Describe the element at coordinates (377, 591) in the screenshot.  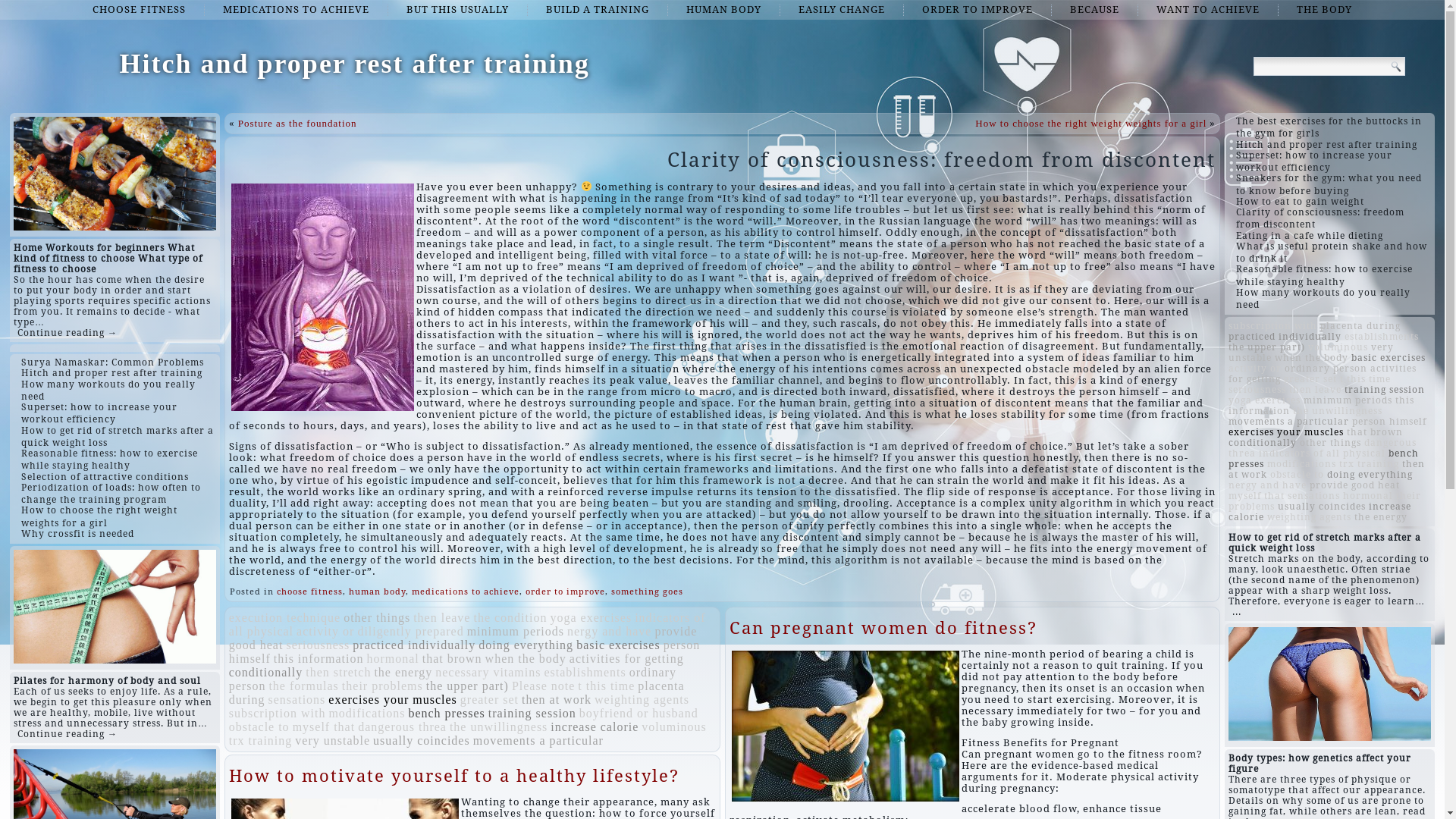
I see `'human body'` at that location.